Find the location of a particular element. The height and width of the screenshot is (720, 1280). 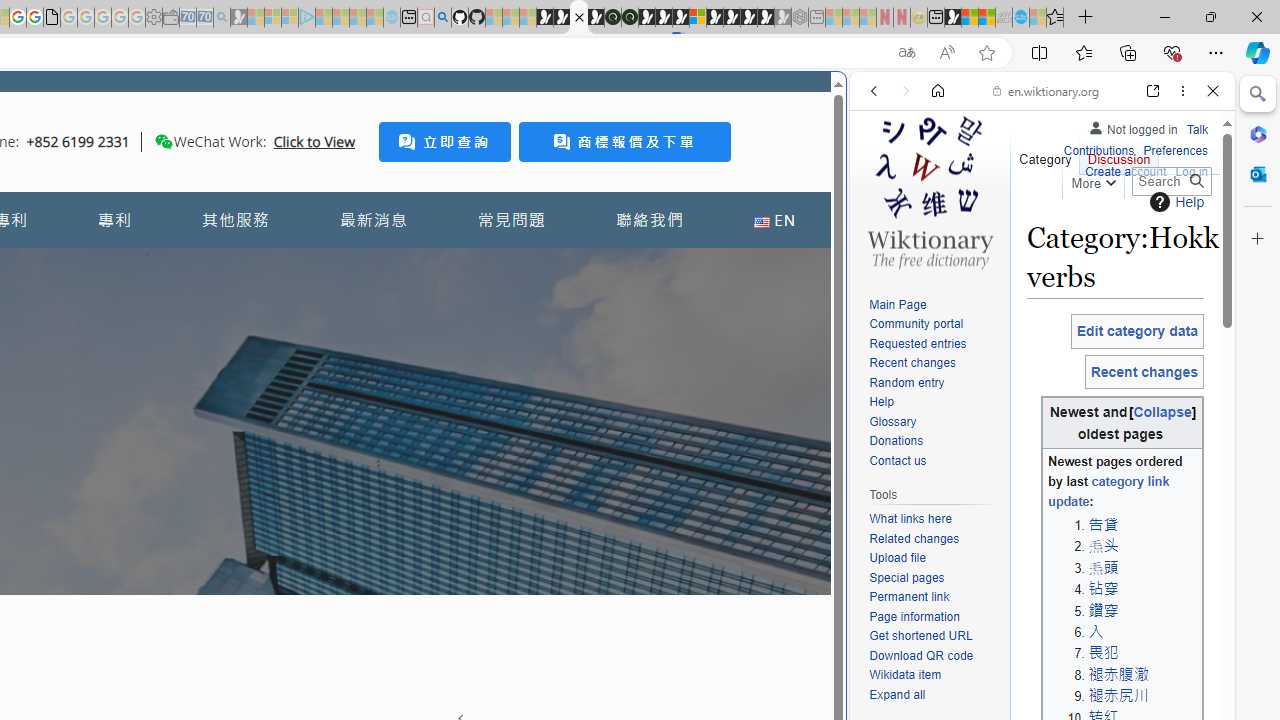

'Donations' is located at coordinates (895, 440).